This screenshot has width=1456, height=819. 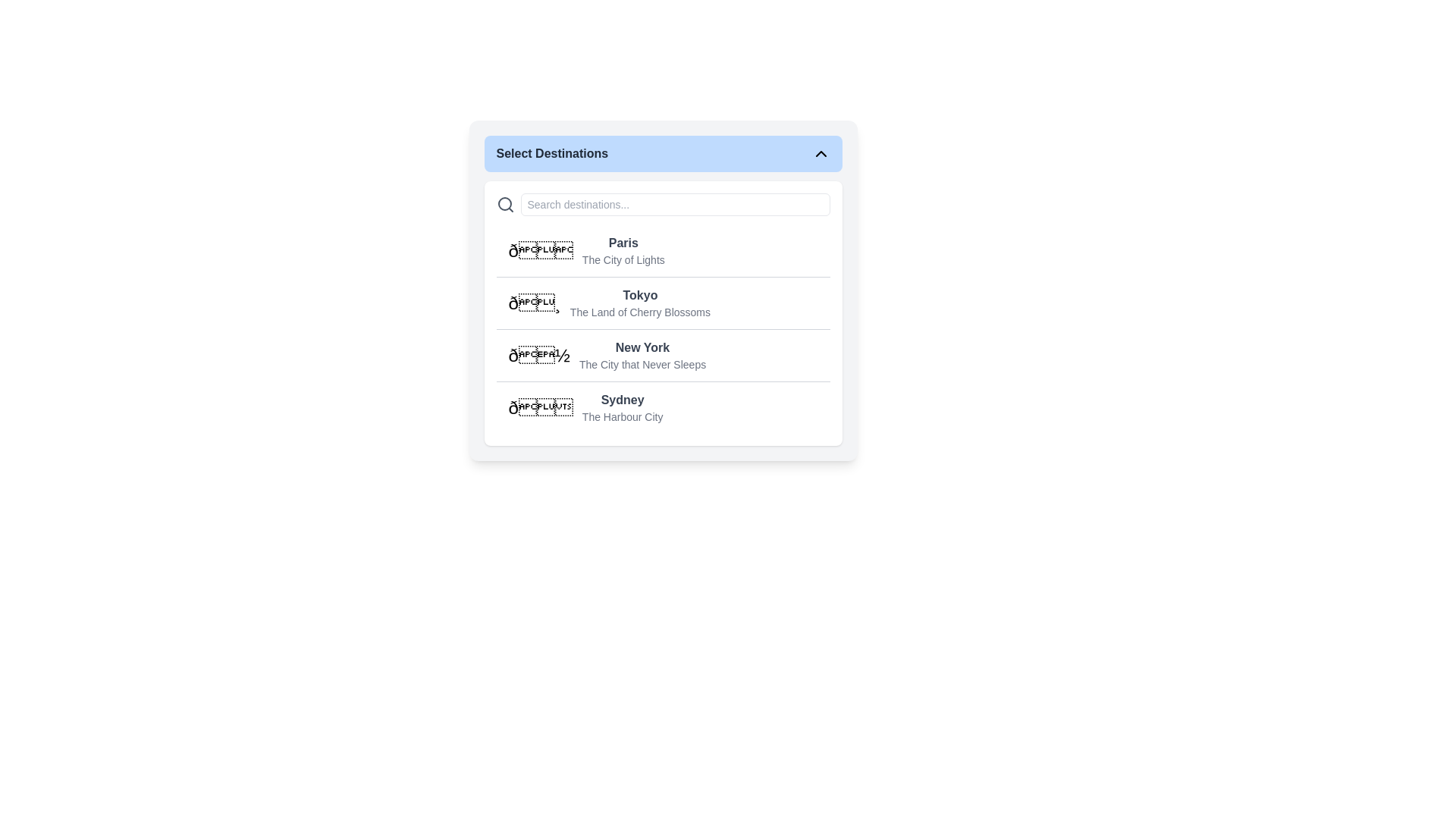 What do you see at coordinates (585, 250) in the screenshot?
I see `the first item in the list of selectable destinations titled 'Select Destinations', which represents 'Paris'` at bounding box center [585, 250].